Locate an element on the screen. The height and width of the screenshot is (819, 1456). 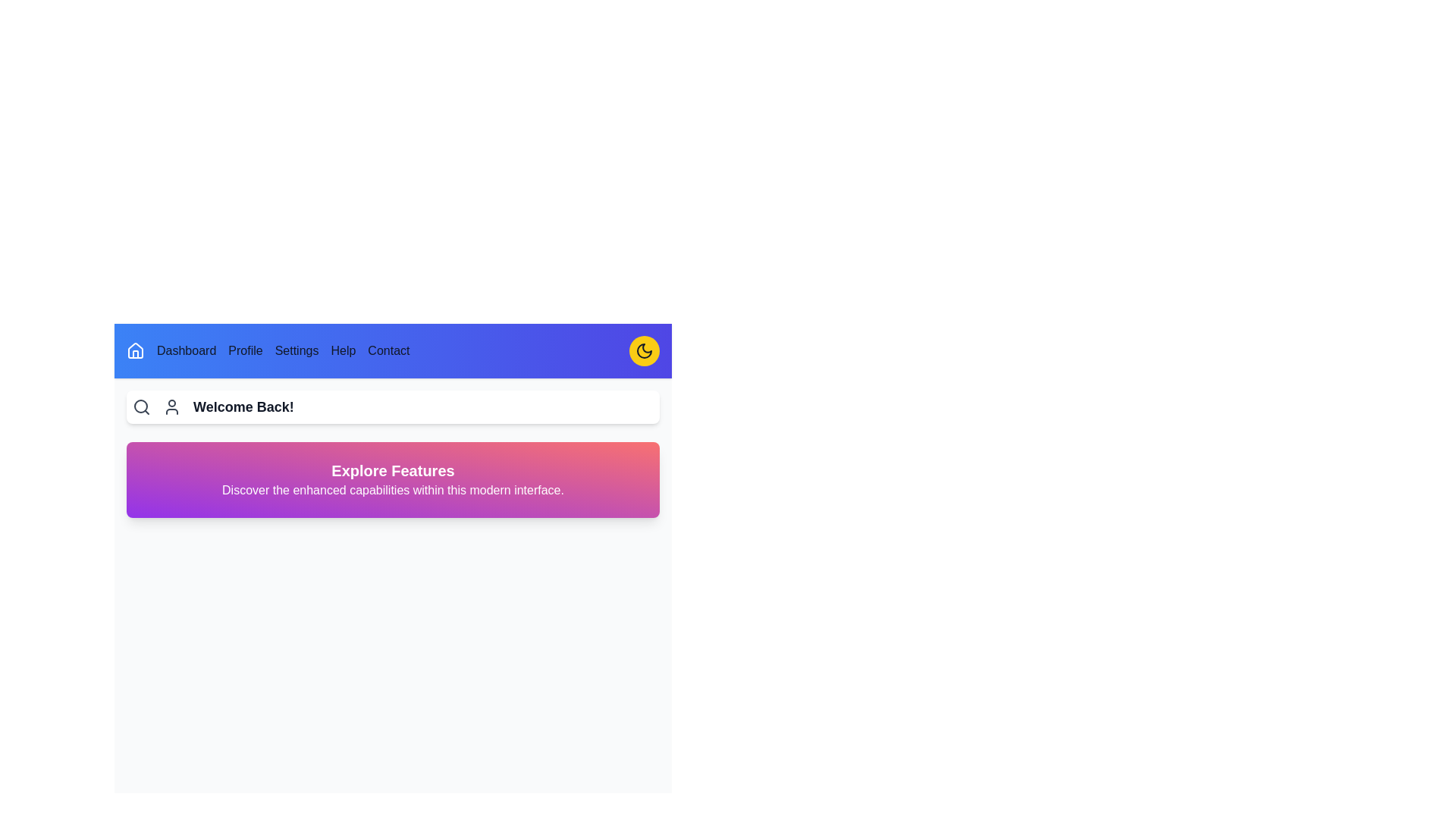
the home icon in the navbar is located at coordinates (135, 350).